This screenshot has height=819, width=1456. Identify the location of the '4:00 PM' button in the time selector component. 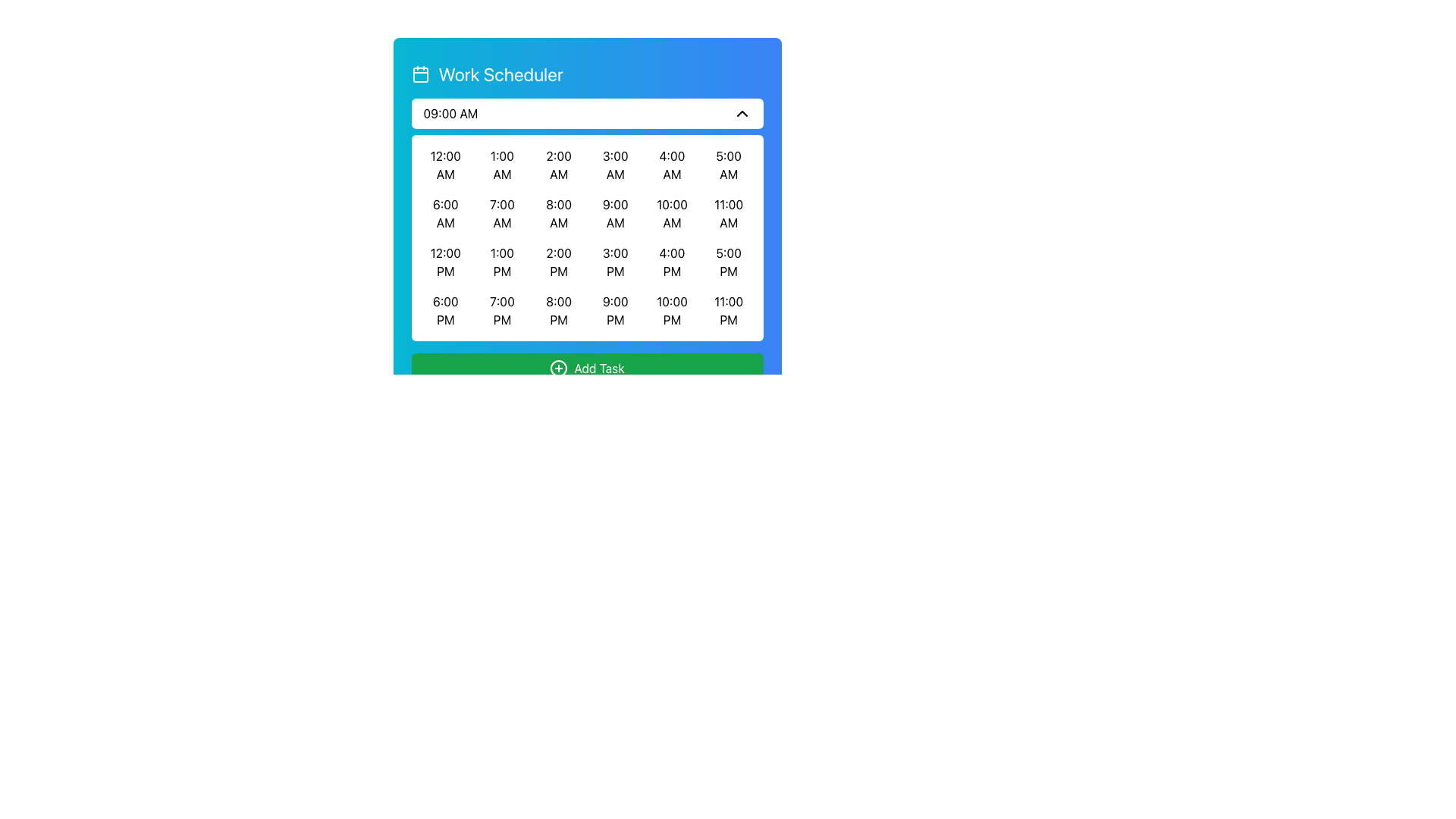
(671, 262).